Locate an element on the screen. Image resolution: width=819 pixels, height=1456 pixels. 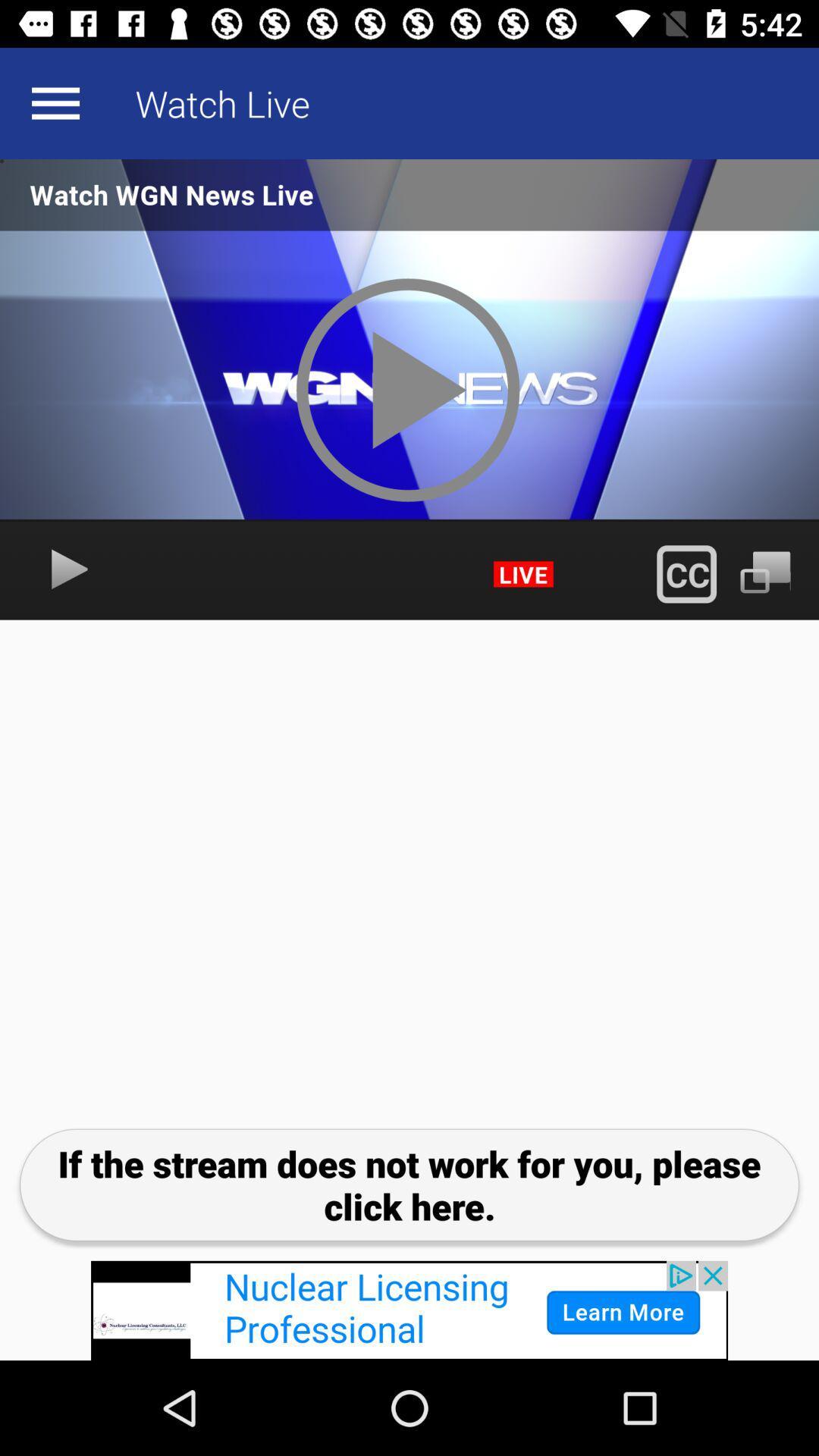
manu is located at coordinates (55, 102).